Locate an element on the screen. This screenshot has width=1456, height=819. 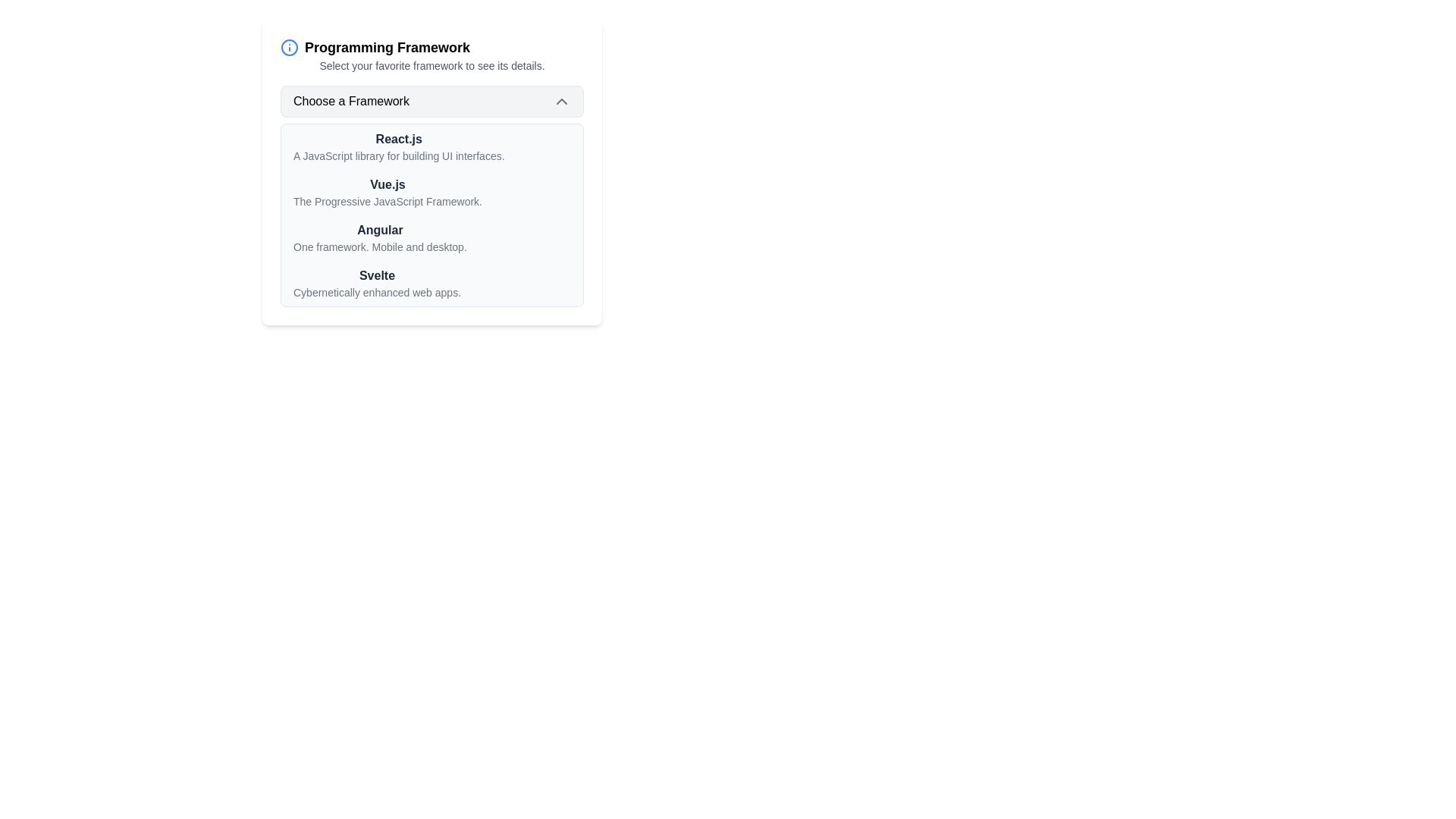
the bold text label displaying 'Svelte', which is the last item in the list of programming frameworks, positioned above the descriptive text 'Cybernetically enhanced web apps.' and below 'Angular' is located at coordinates (377, 275).